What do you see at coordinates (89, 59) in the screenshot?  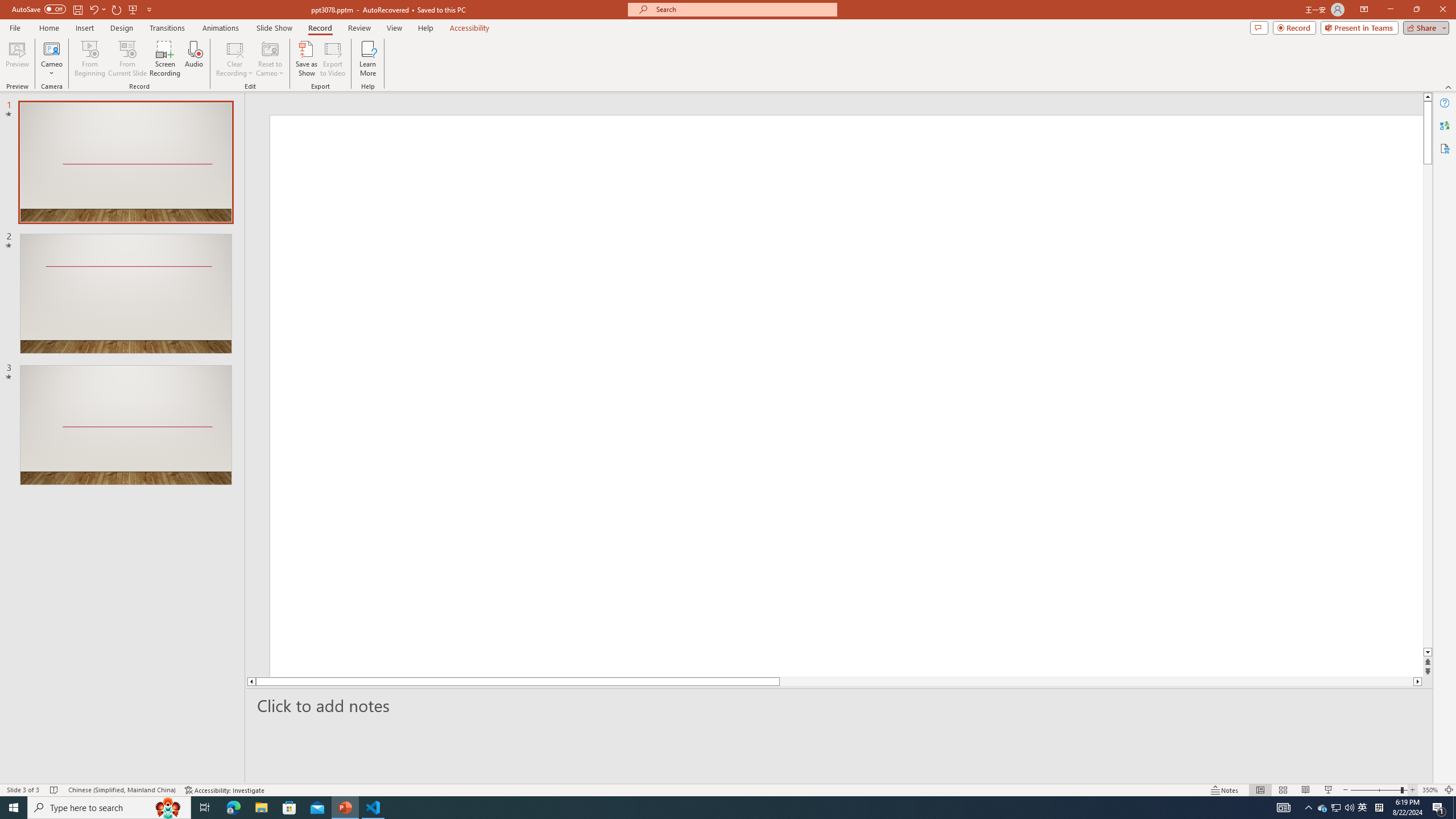 I see `'From Beginning...'` at bounding box center [89, 59].